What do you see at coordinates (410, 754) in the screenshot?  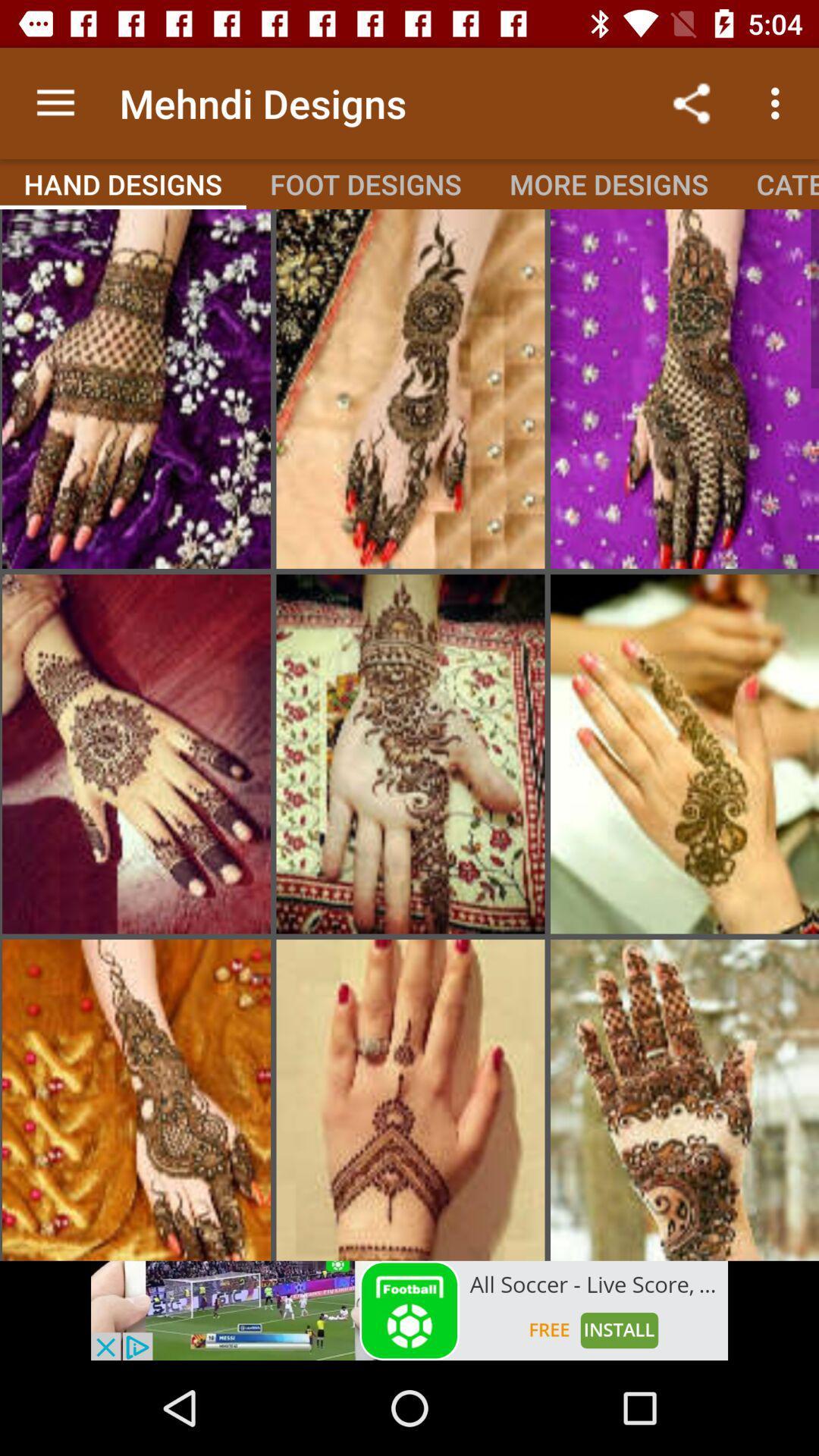 I see `the picture` at bounding box center [410, 754].